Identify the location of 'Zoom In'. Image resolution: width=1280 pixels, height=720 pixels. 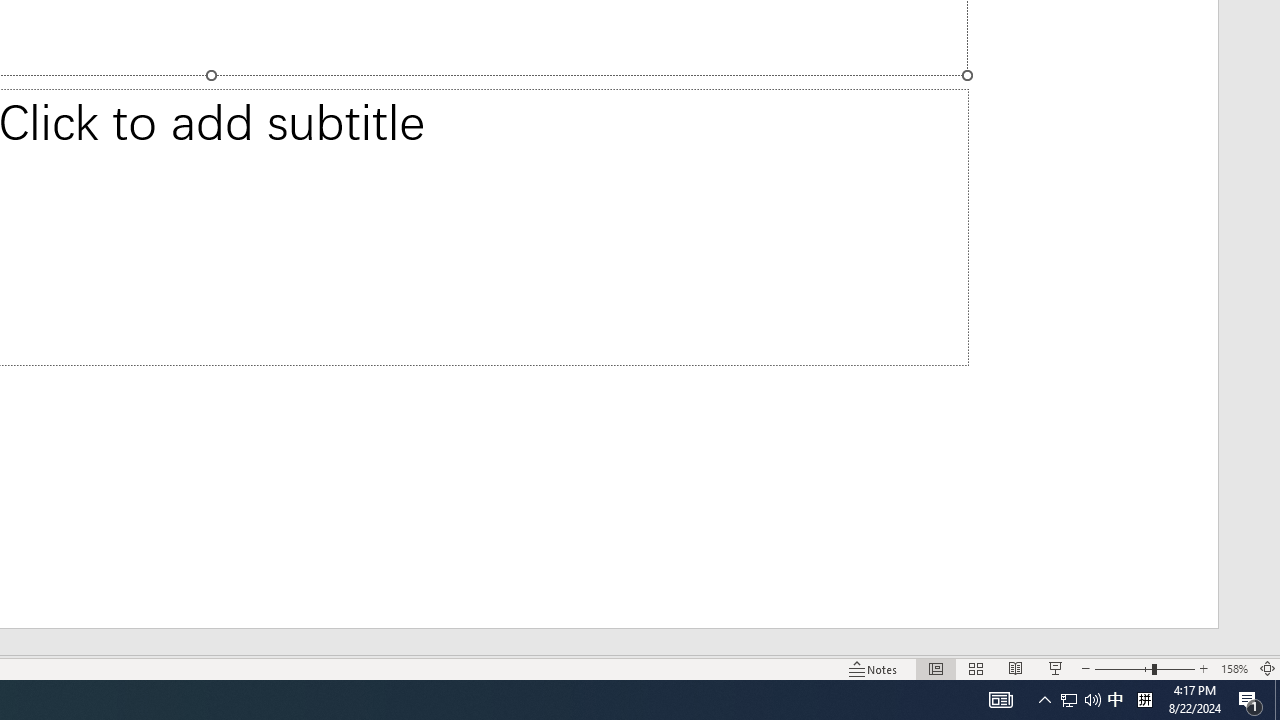
(1203, 669).